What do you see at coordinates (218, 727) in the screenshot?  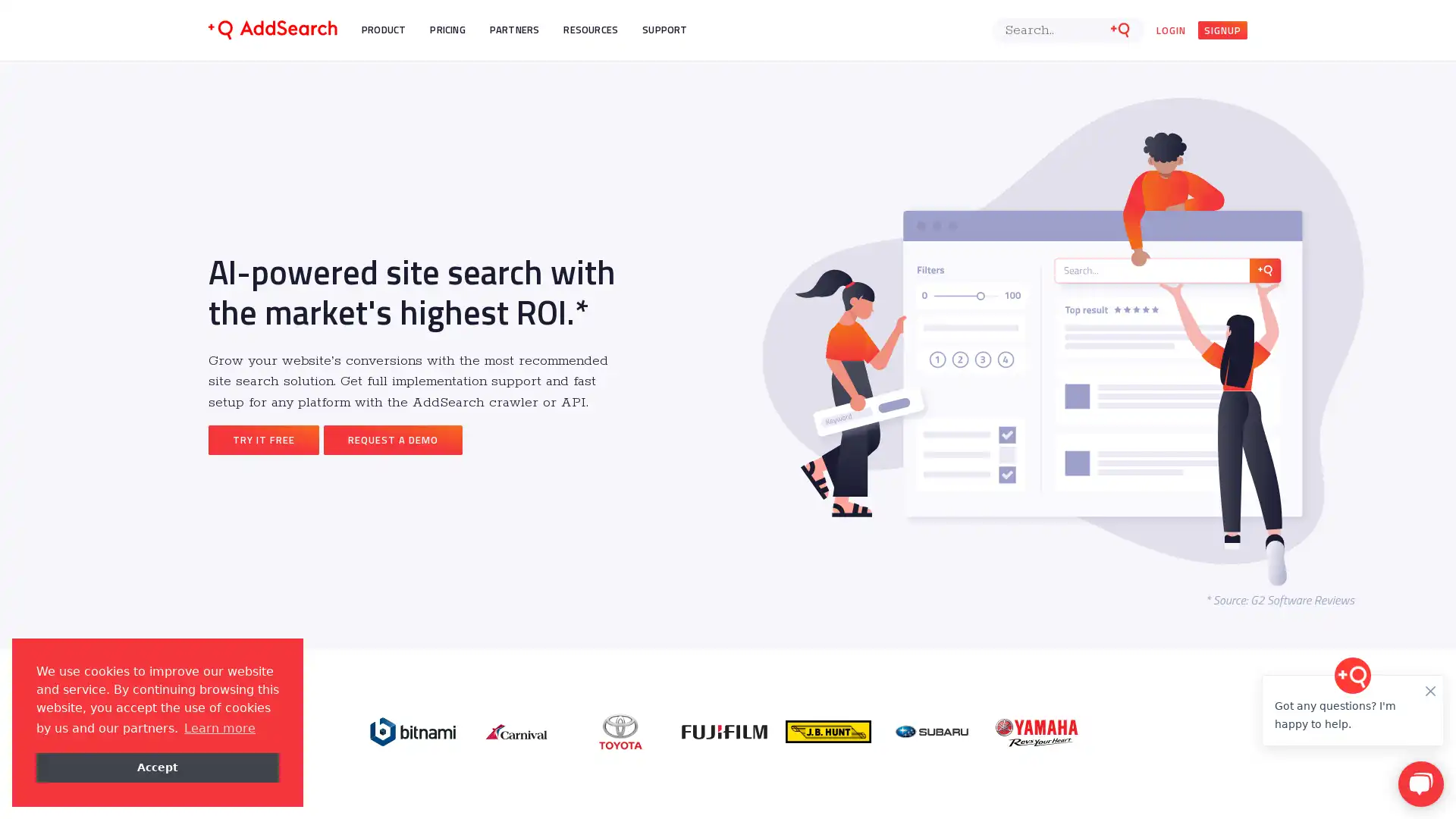 I see `learn more about cookies` at bounding box center [218, 727].